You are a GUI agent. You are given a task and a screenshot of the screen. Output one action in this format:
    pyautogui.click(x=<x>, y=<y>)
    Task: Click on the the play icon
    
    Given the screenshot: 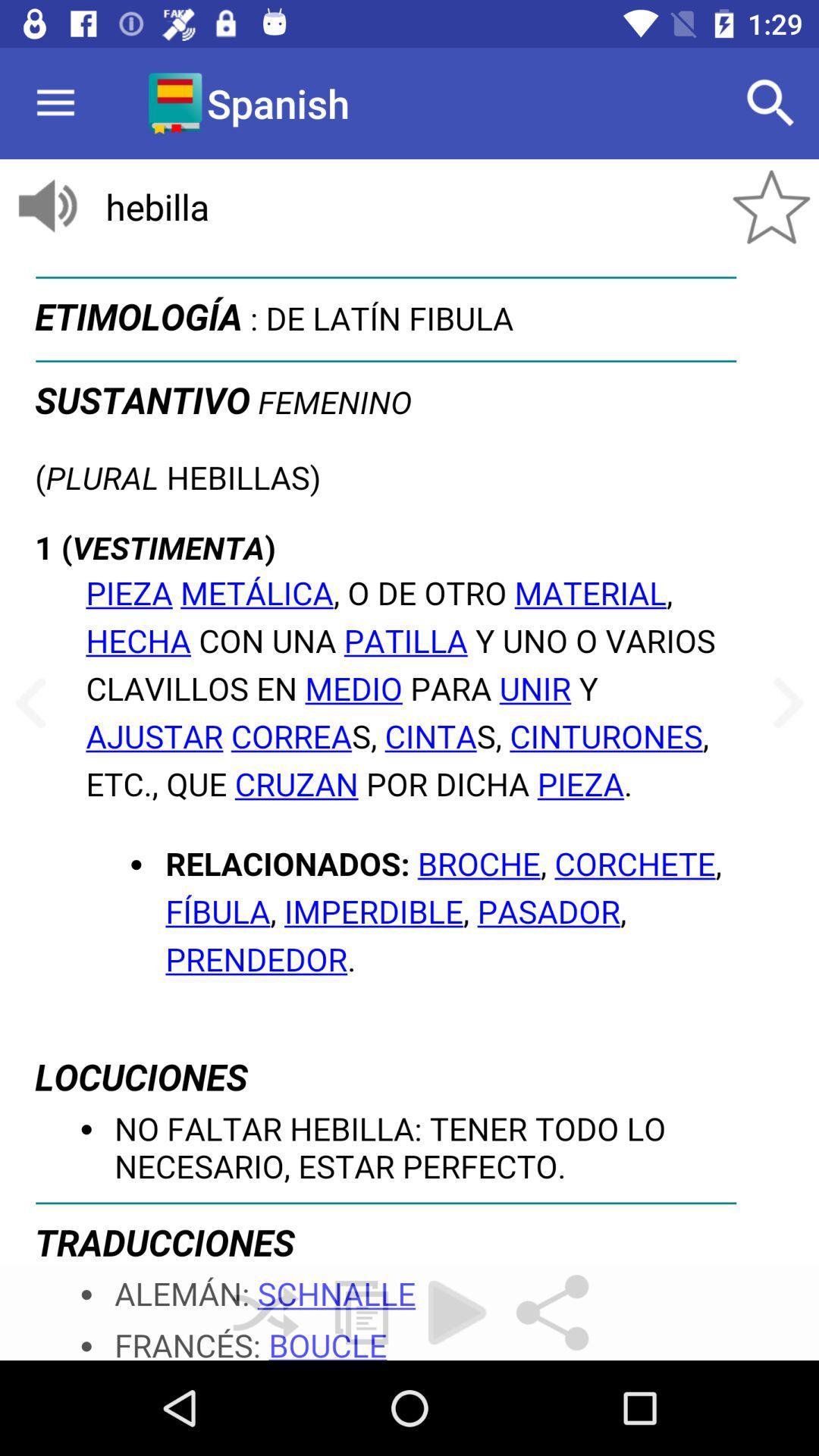 What is the action you would take?
    pyautogui.click(x=456, y=1312)
    